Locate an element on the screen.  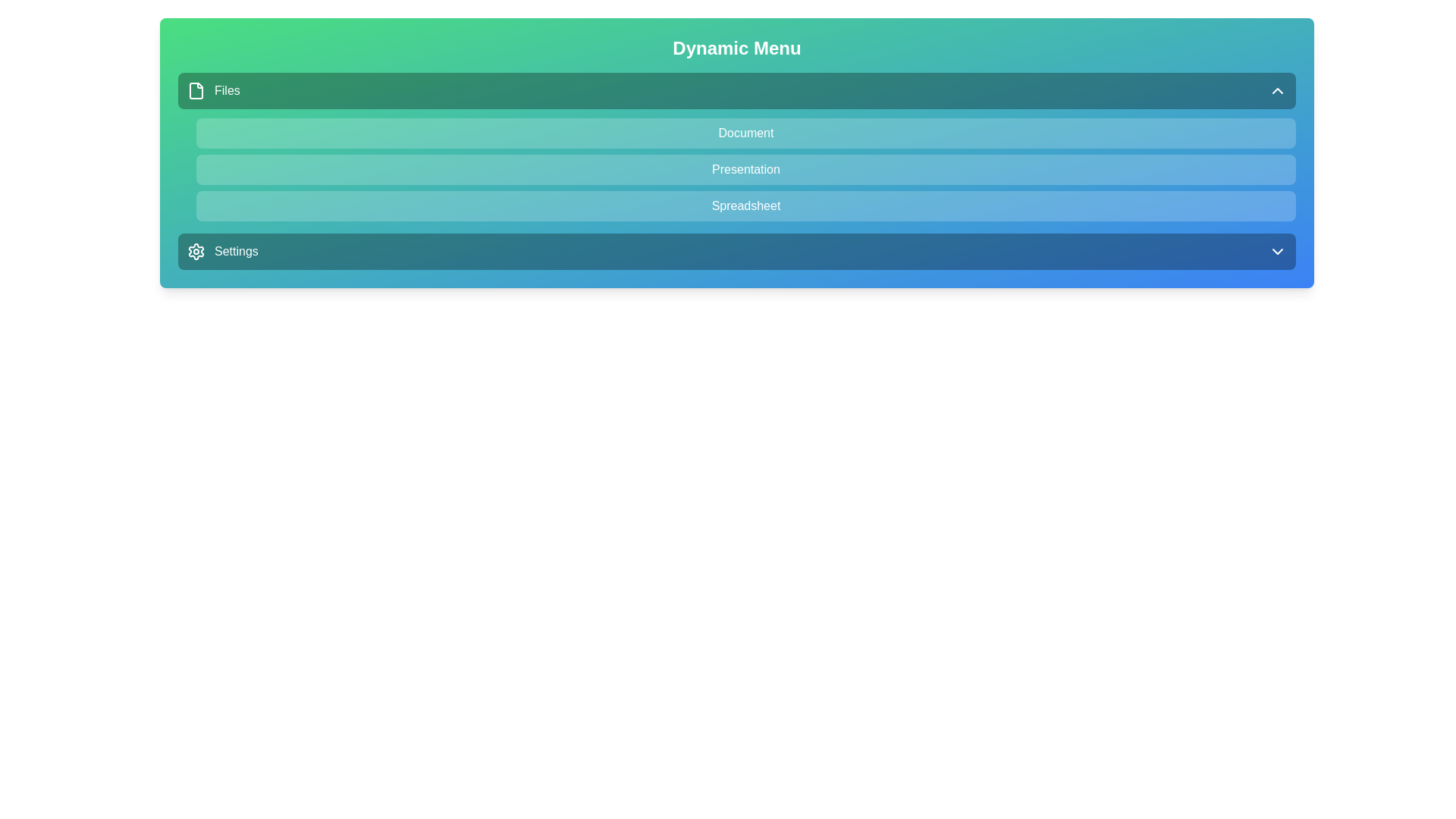
the cogwheel icon representing settings, which is positioned before the text label 'Settings' in the menu component is located at coordinates (196, 250).